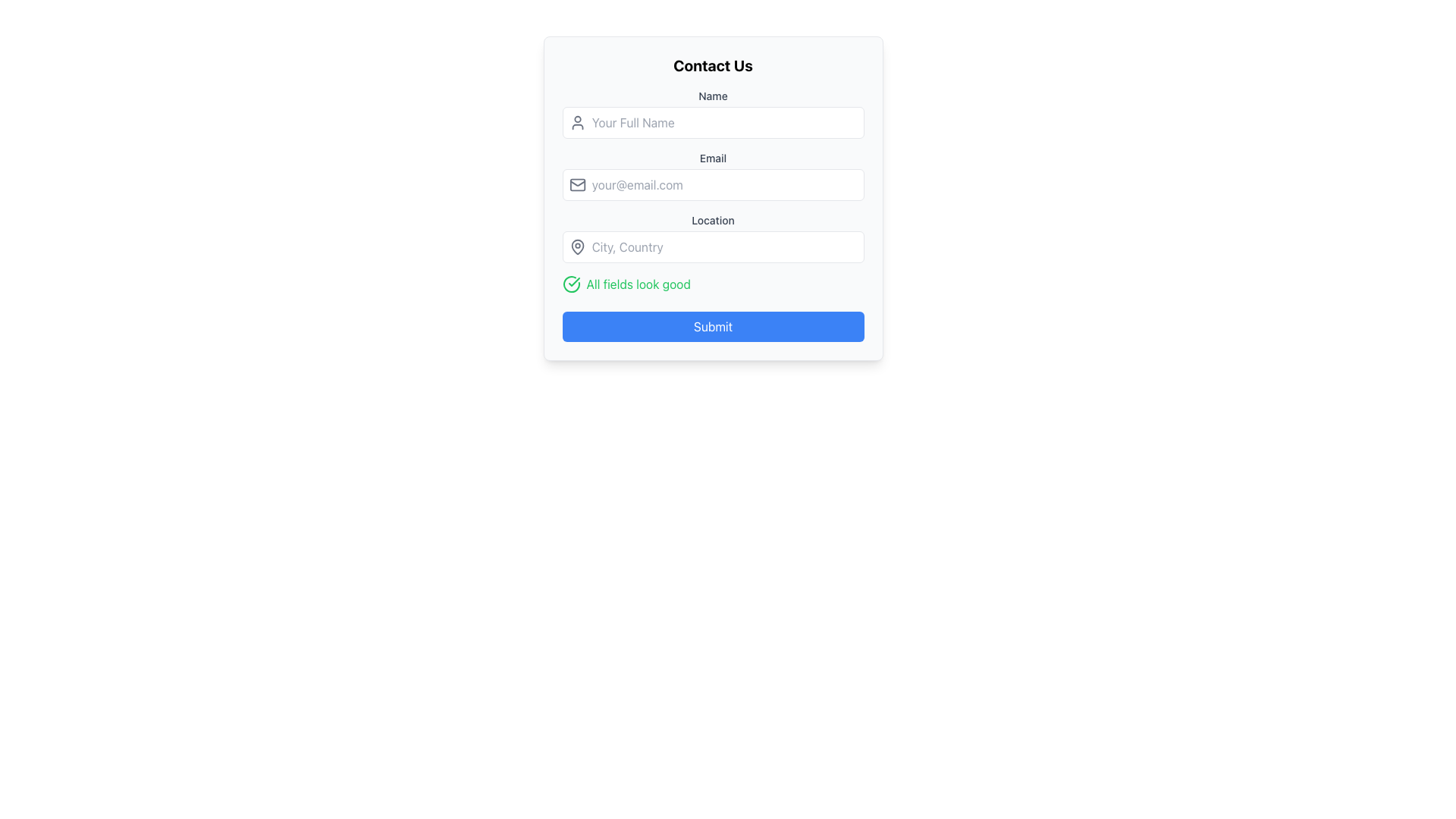 This screenshot has width=1456, height=819. What do you see at coordinates (712, 326) in the screenshot?
I see `the 'Submit' button with a blue background and white text at the bottom of the form interface` at bounding box center [712, 326].